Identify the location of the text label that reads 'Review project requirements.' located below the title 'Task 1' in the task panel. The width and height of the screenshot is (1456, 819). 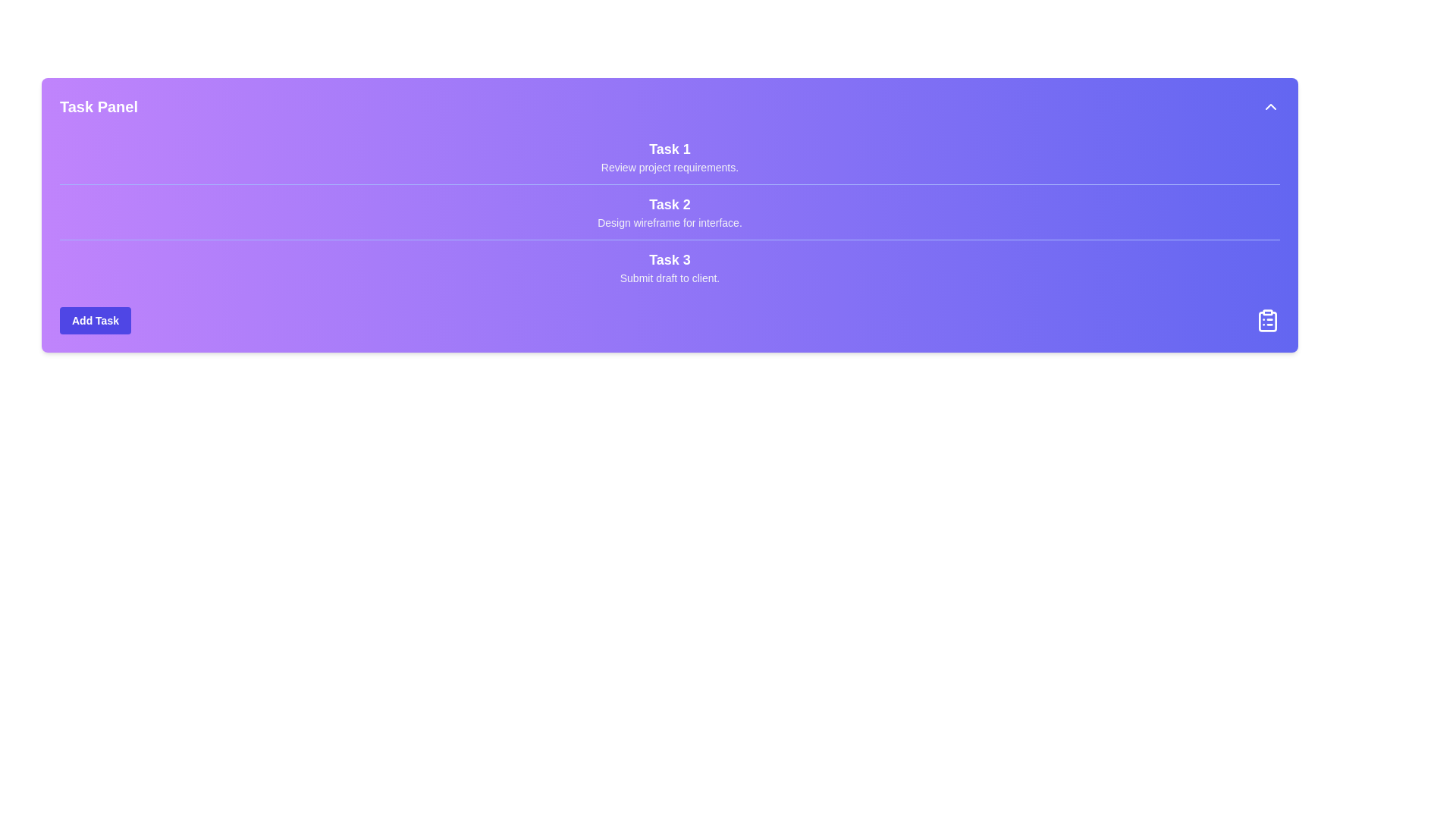
(669, 167).